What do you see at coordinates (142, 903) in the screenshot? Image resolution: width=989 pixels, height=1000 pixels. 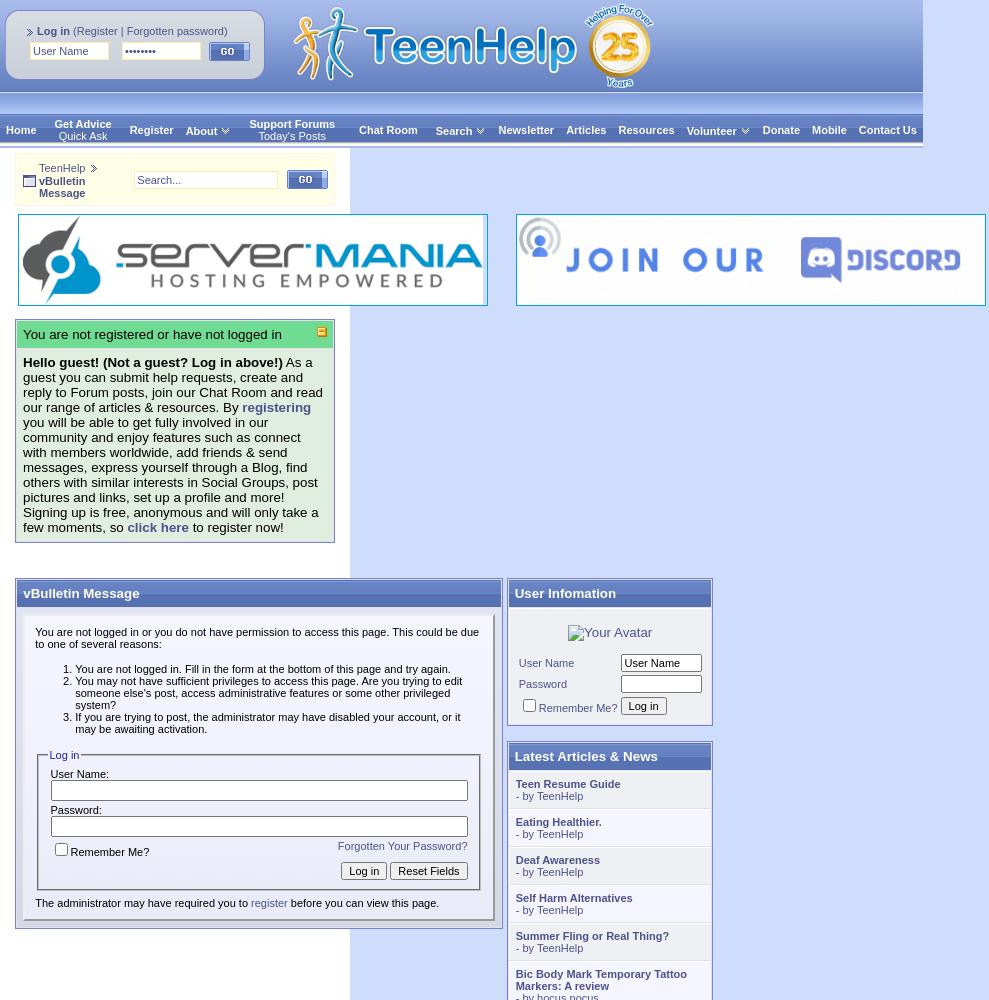 I see `'The administrator may have required you to'` at bounding box center [142, 903].